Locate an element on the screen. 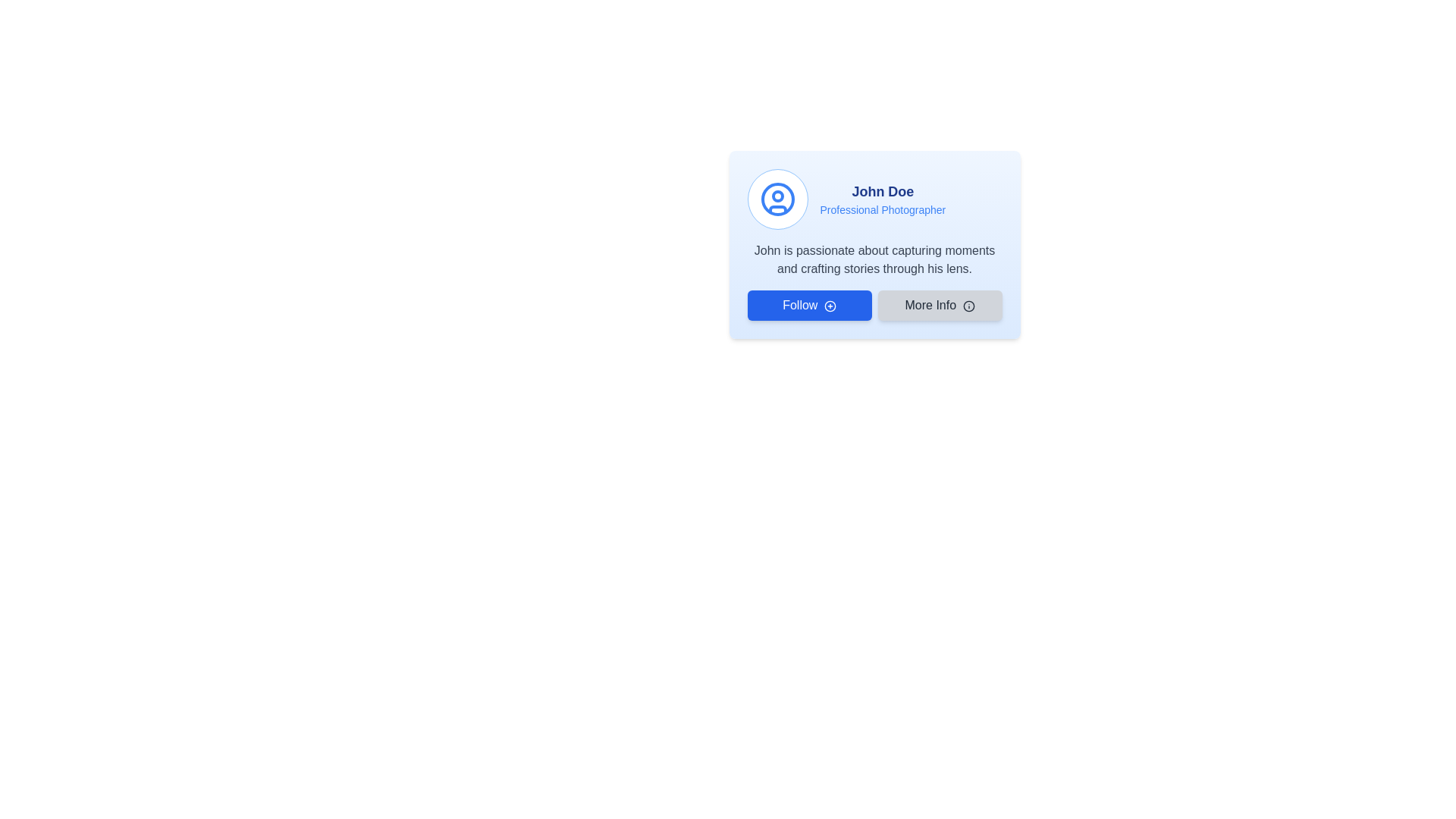 The width and height of the screenshot is (1456, 819). the 'More Info' button located at the bottom of the profile card is located at coordinates (939, 305).